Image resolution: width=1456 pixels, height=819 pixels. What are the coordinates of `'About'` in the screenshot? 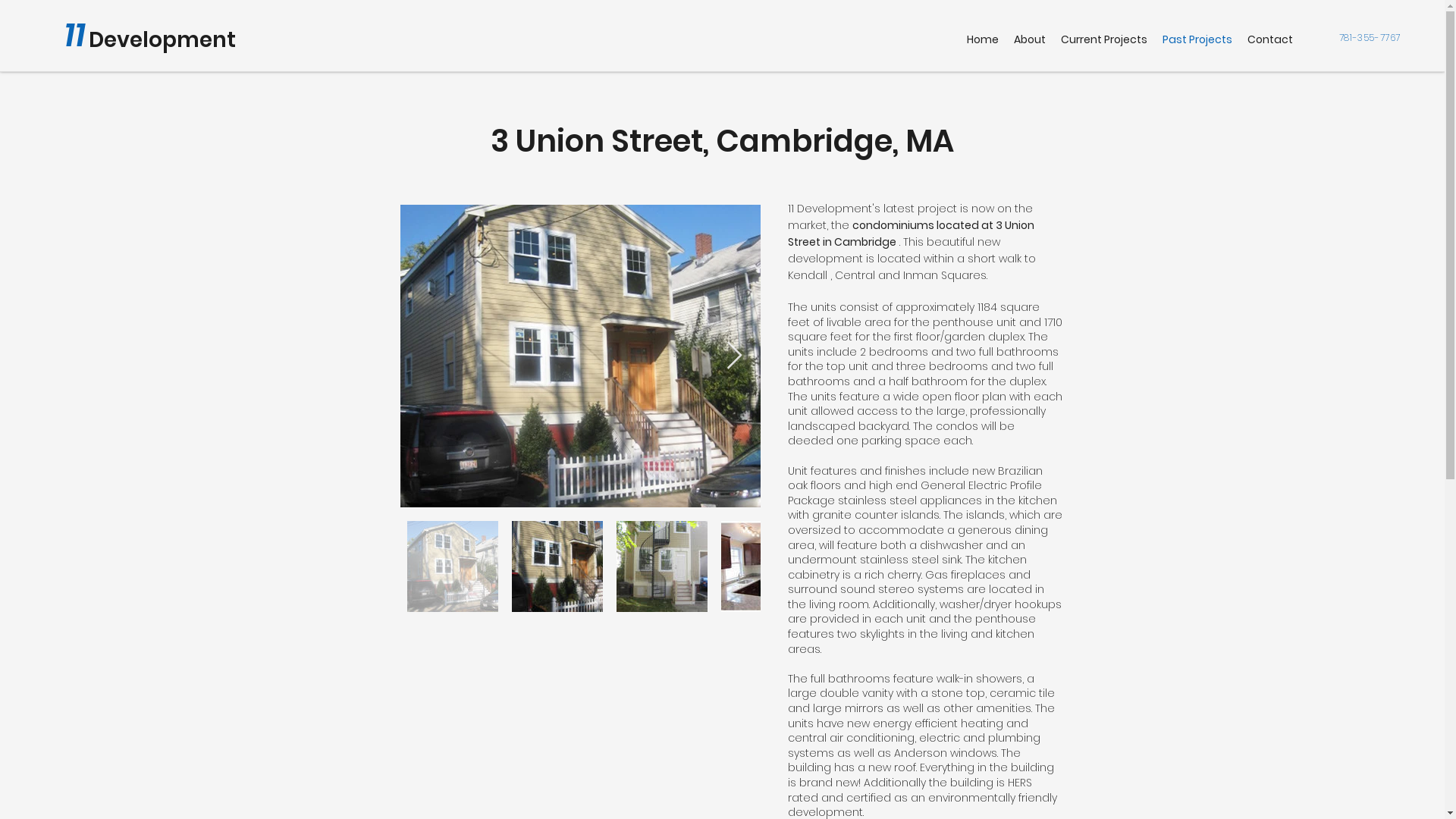 It's located at (1030, 39).